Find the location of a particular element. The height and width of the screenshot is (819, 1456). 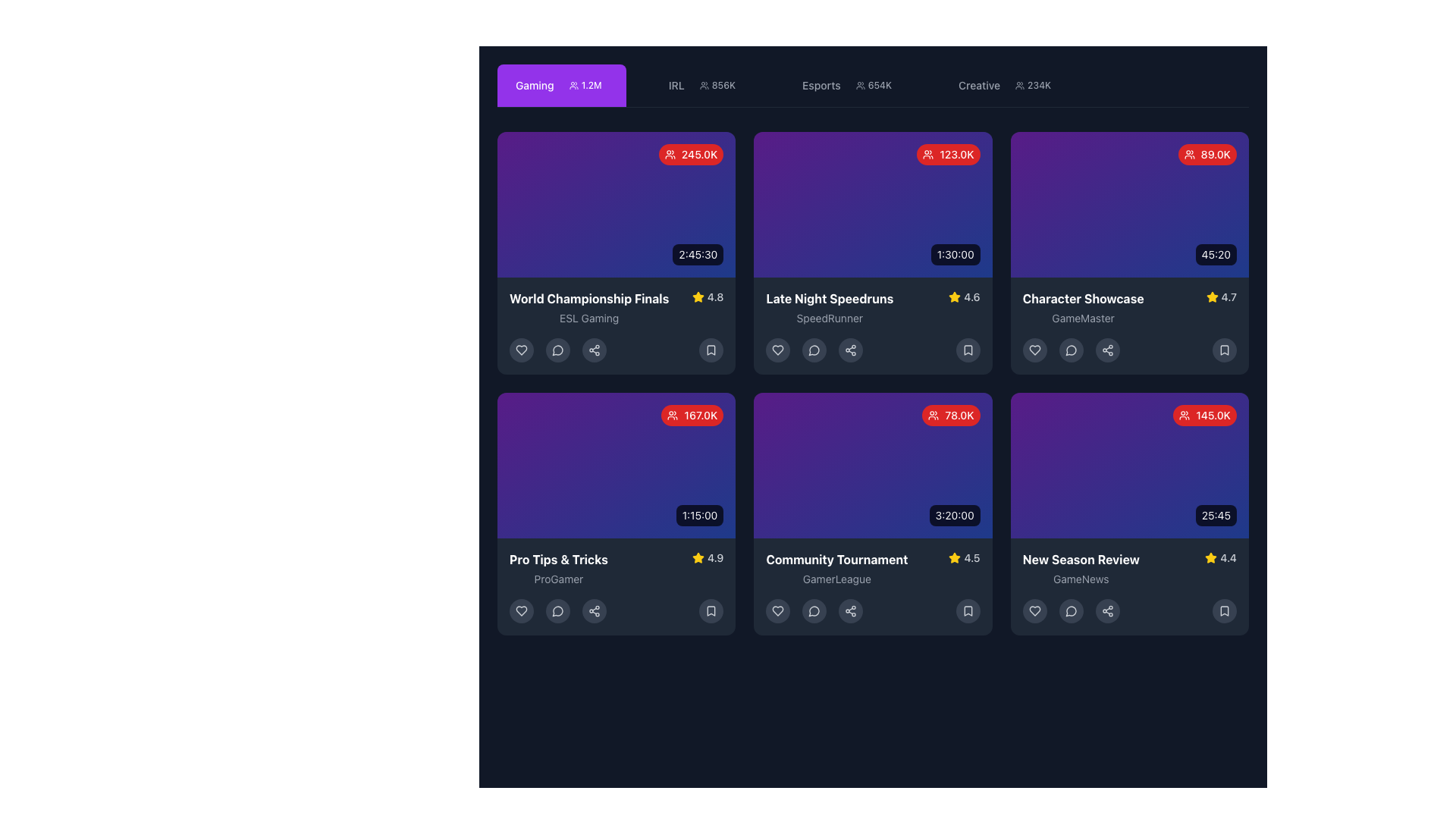

the 'Share' button located at the bottom center of the 'Pro Tips & Tricks' card is located at coordinates (593, 610).